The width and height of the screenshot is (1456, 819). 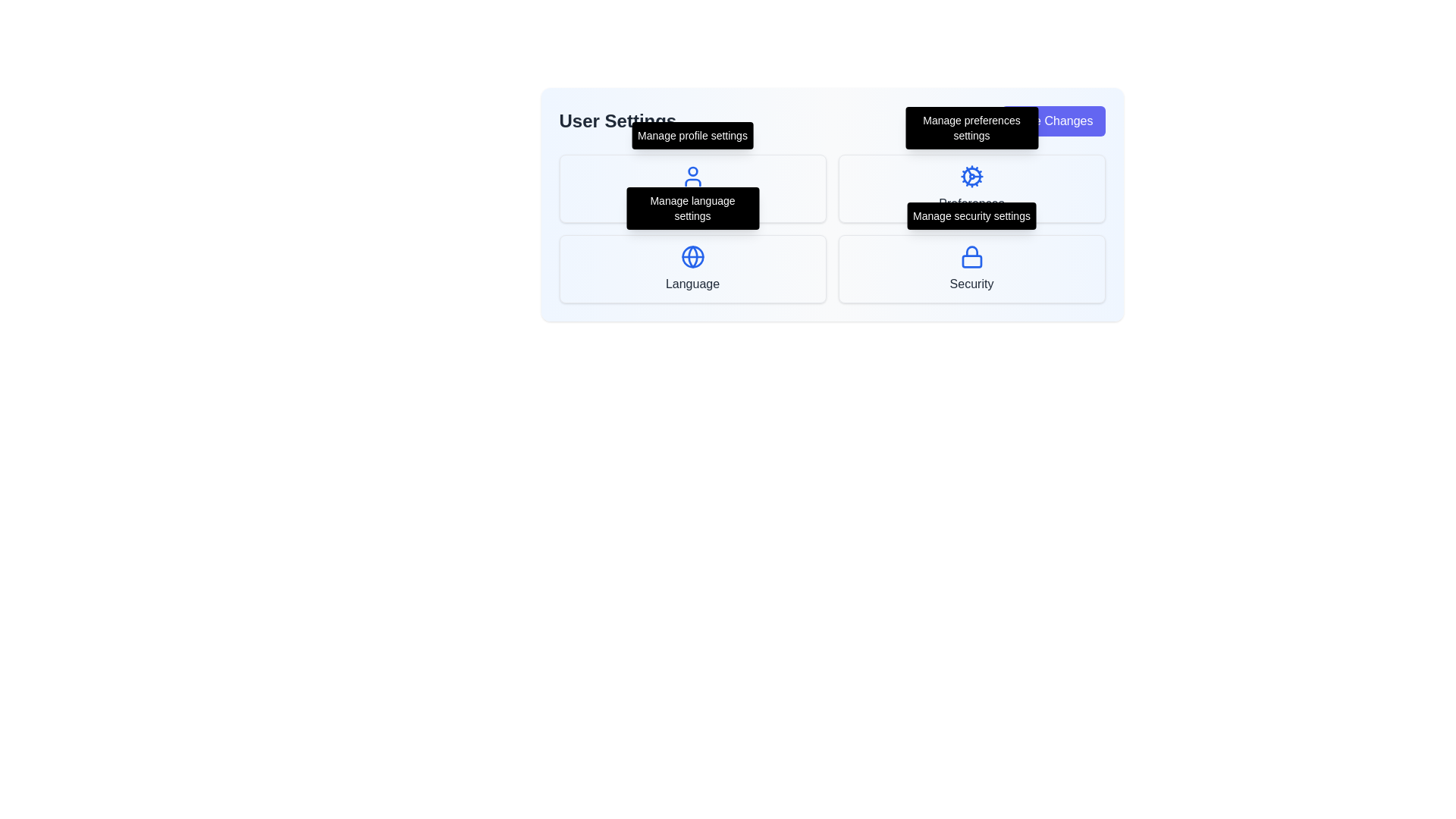 What do you see at coordinates (1052, 120) in the screenshot?
I see `the 'Save Changes' button with rounded corners and a blue background` at bounding box center [1052, 120].